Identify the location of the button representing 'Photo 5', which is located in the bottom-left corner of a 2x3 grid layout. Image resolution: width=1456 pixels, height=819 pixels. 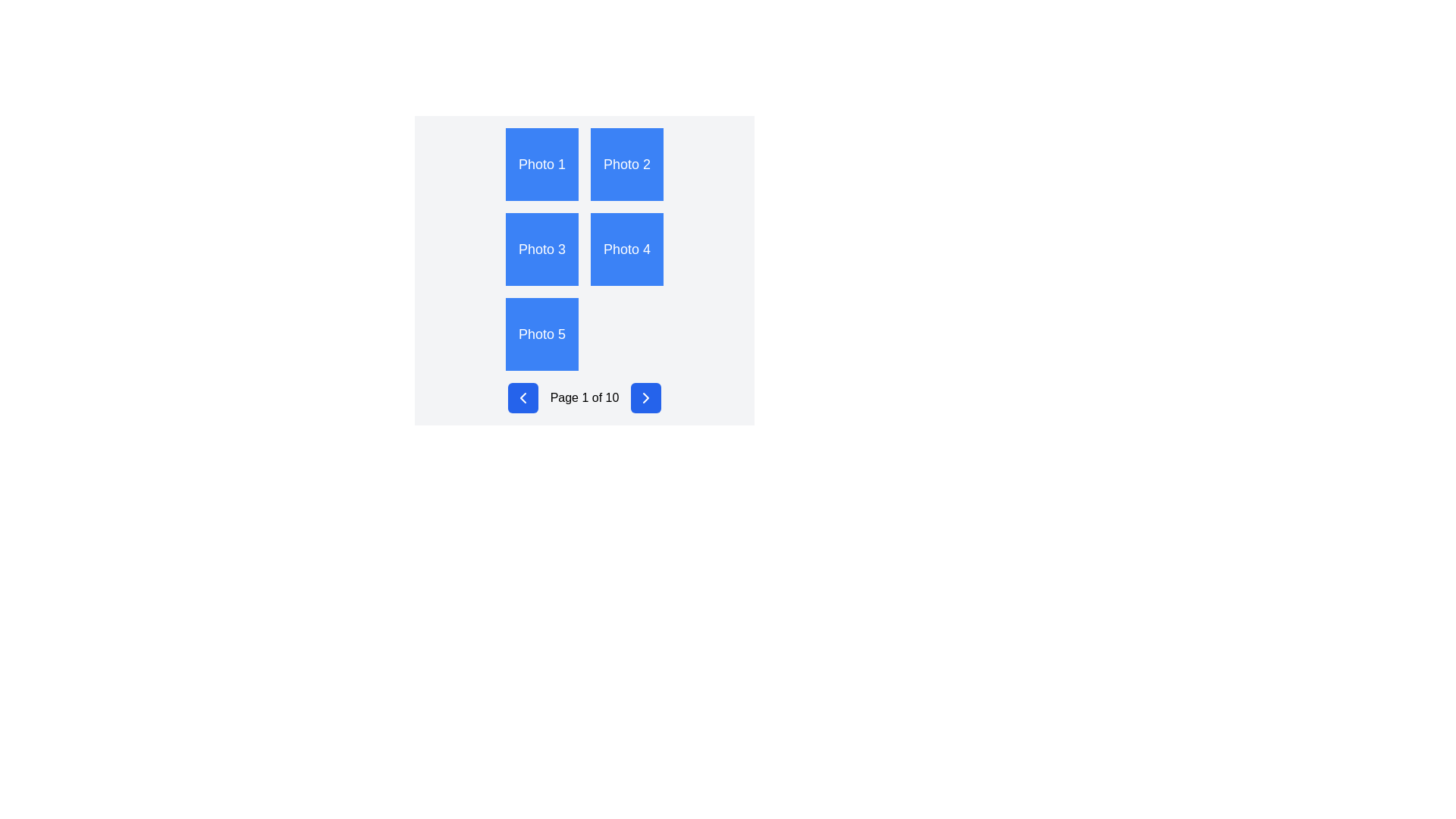
(542, 333).